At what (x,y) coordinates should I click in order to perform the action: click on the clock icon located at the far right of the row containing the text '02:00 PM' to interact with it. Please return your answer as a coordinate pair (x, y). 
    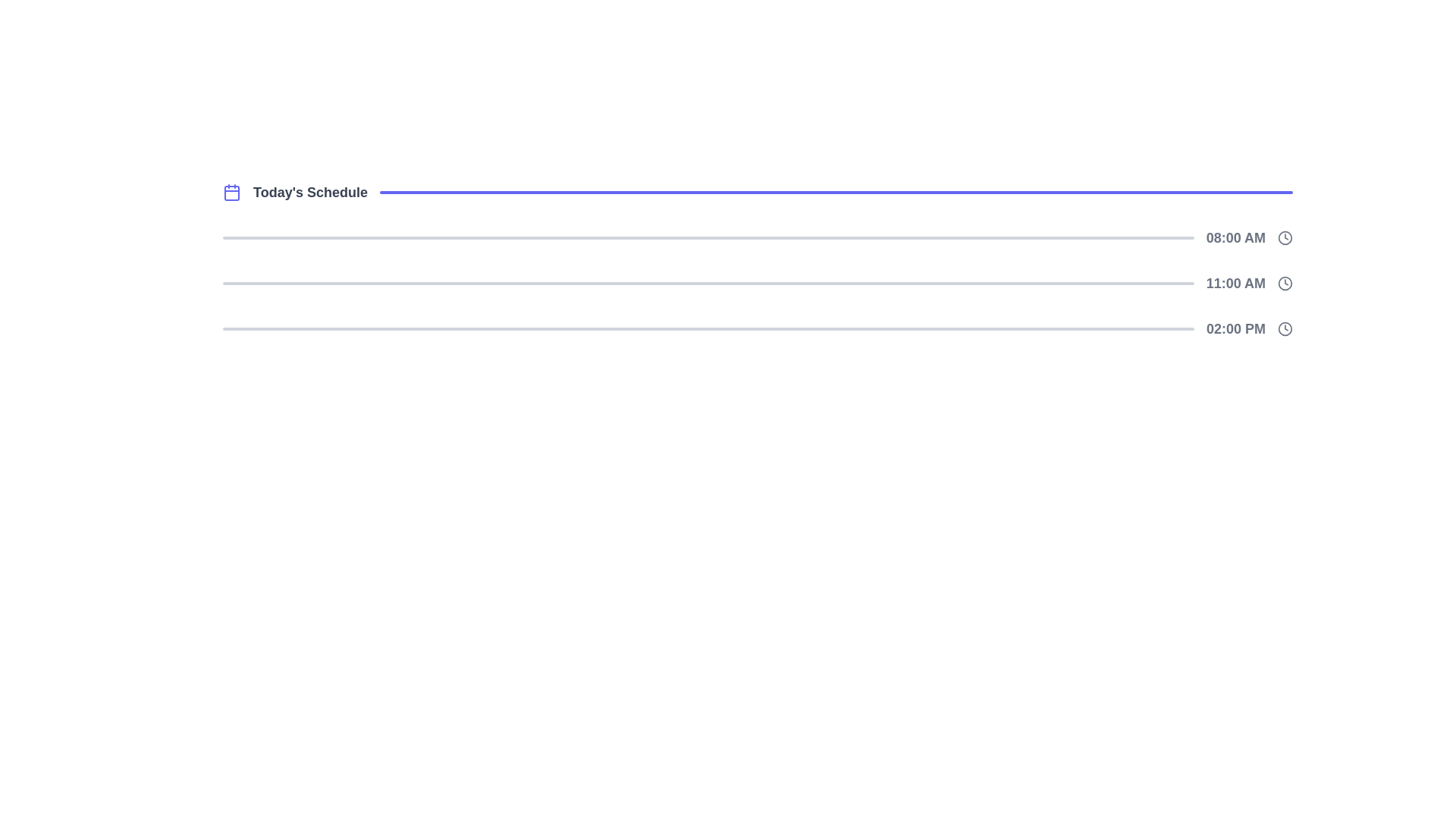
    Looking at the image, I should click on (1284, 328).